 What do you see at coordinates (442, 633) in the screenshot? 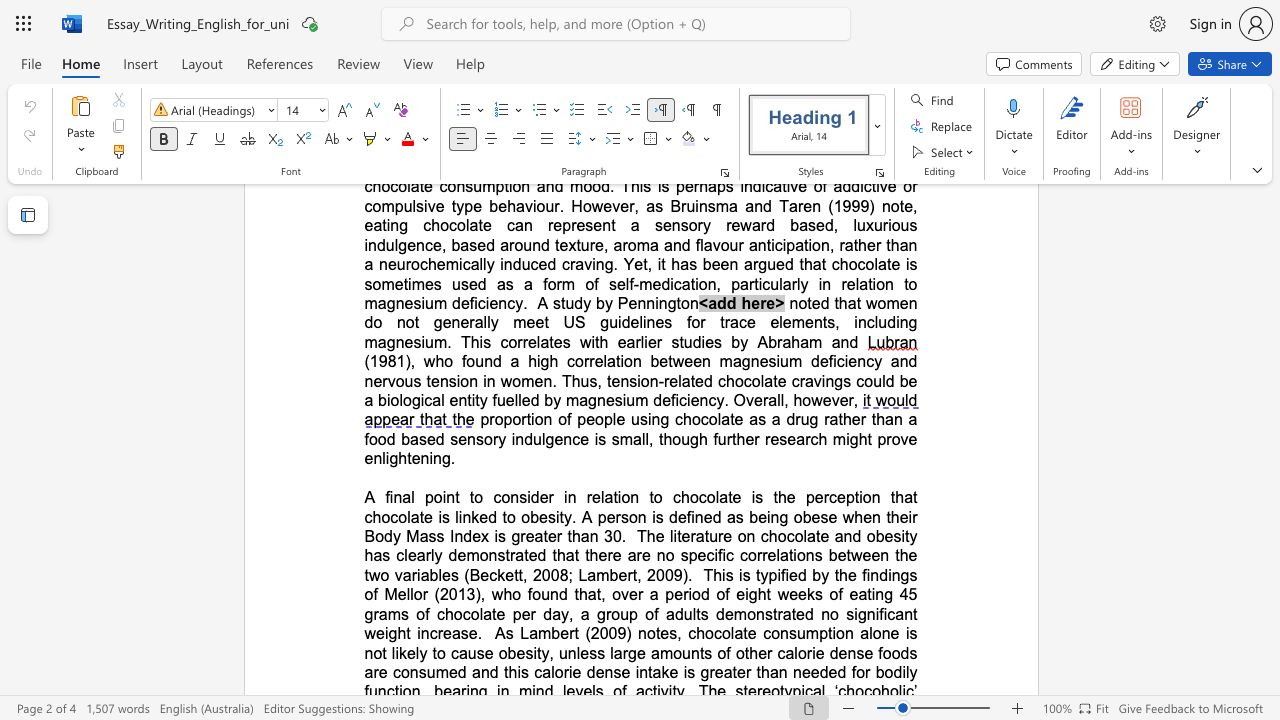
I see `the subset text "ease" within the text "no significant weight increase"` at bounding box center [442, 633].